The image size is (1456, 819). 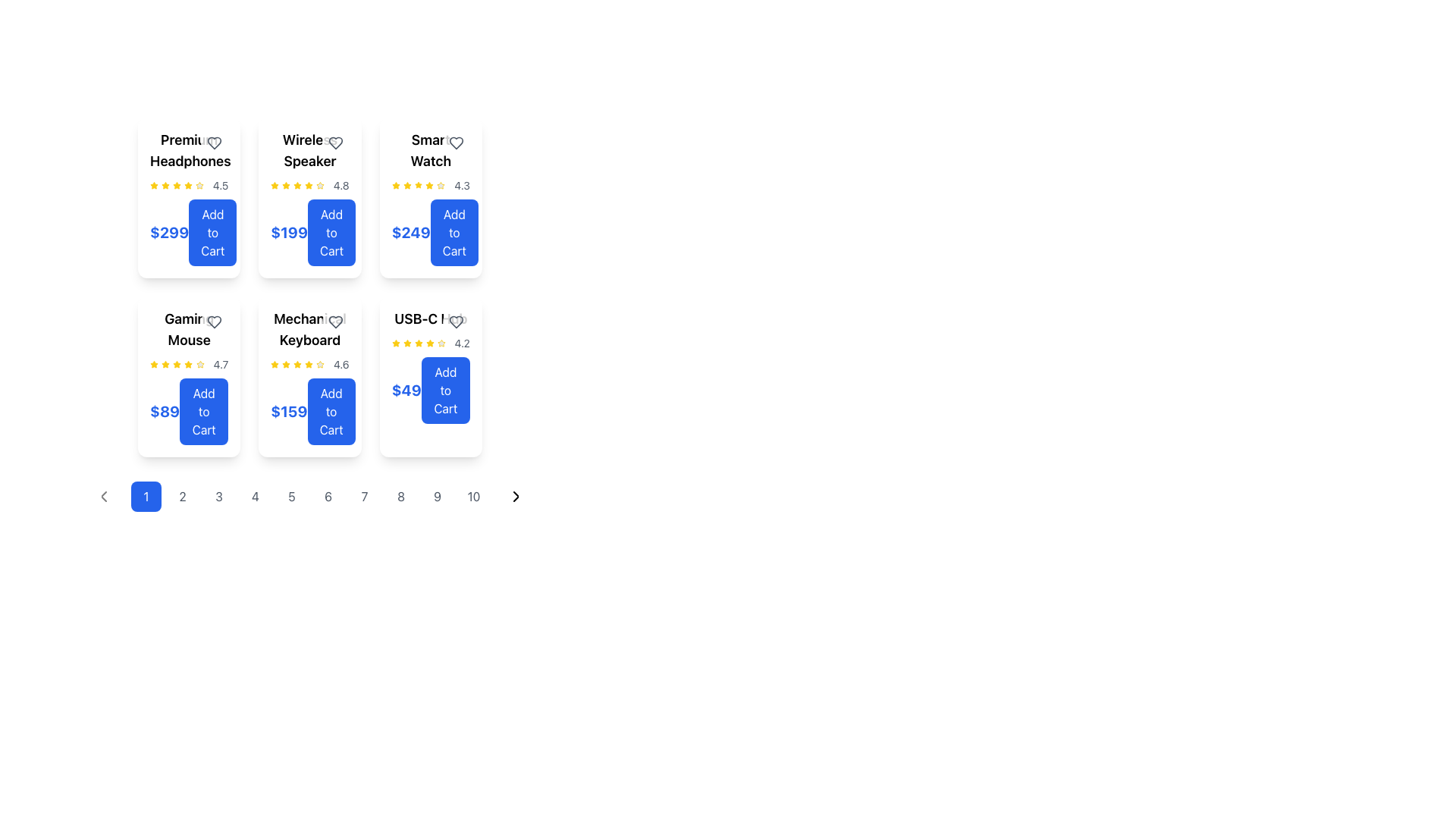 I want to click on the fifth star icon representing part of a rating system, which is located to the right of the text content '4.5', so click(x=177, y=185).